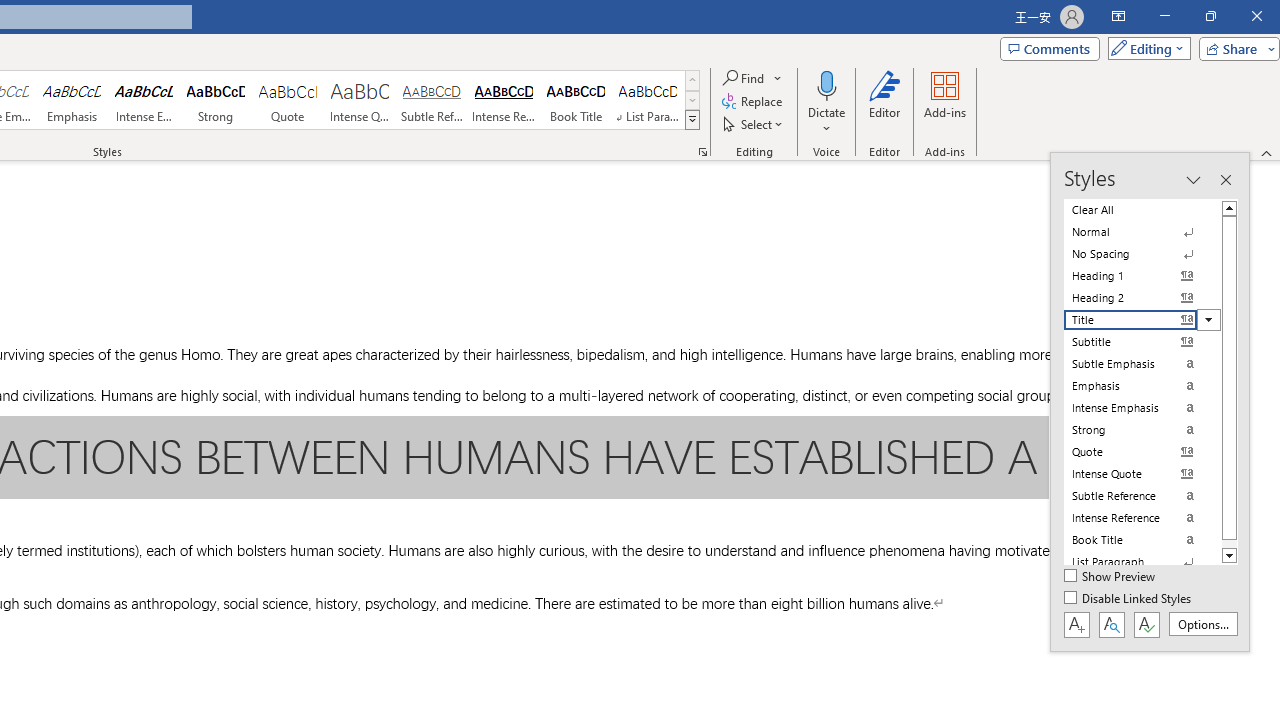  Describe the element at coordinates (1142, 231) in the screenshot. I see `'Normal'` at that location.